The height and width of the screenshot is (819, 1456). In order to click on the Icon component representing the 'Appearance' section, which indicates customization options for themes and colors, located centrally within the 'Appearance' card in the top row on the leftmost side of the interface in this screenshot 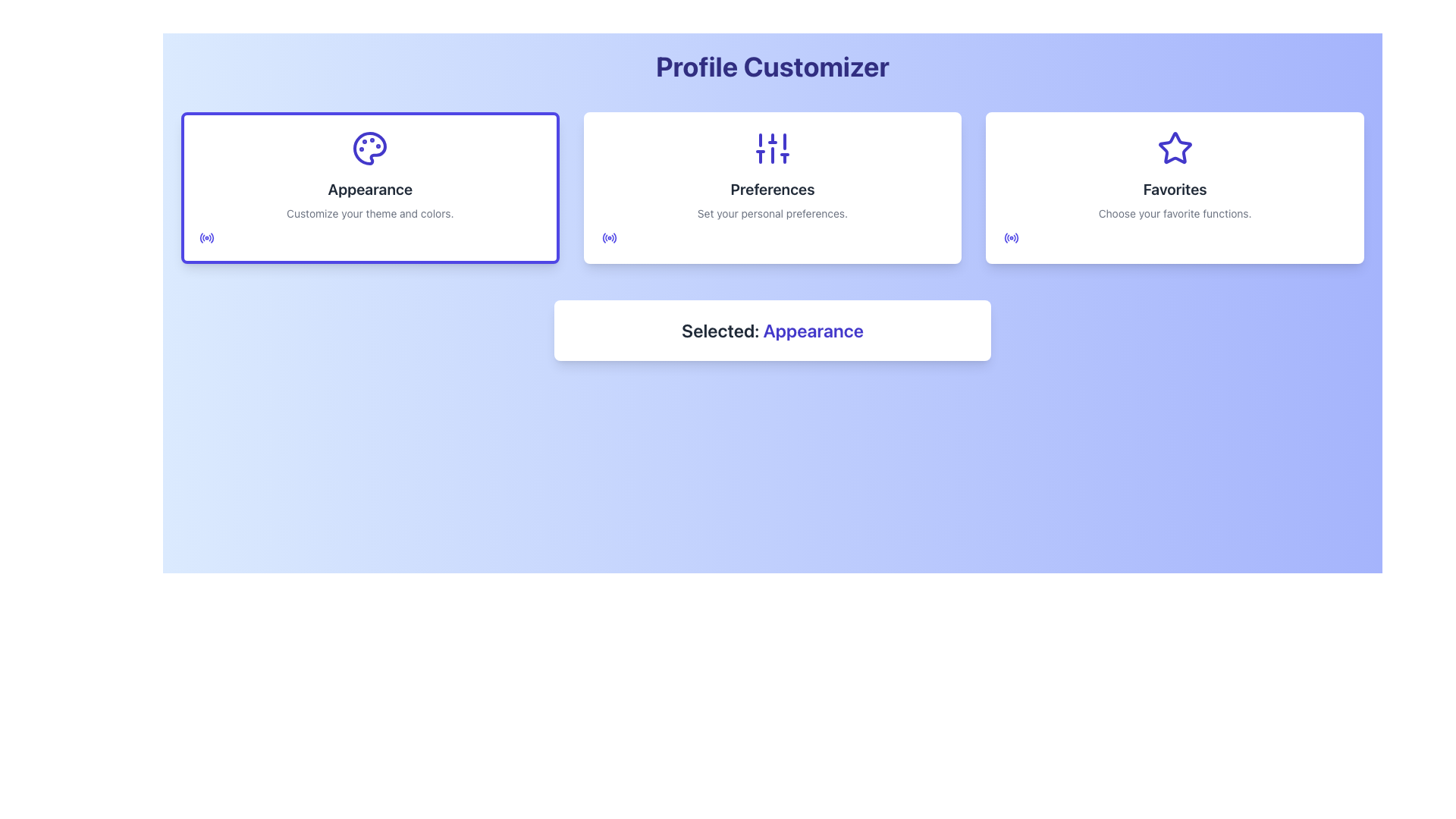, I will do `click(370, 149)`.